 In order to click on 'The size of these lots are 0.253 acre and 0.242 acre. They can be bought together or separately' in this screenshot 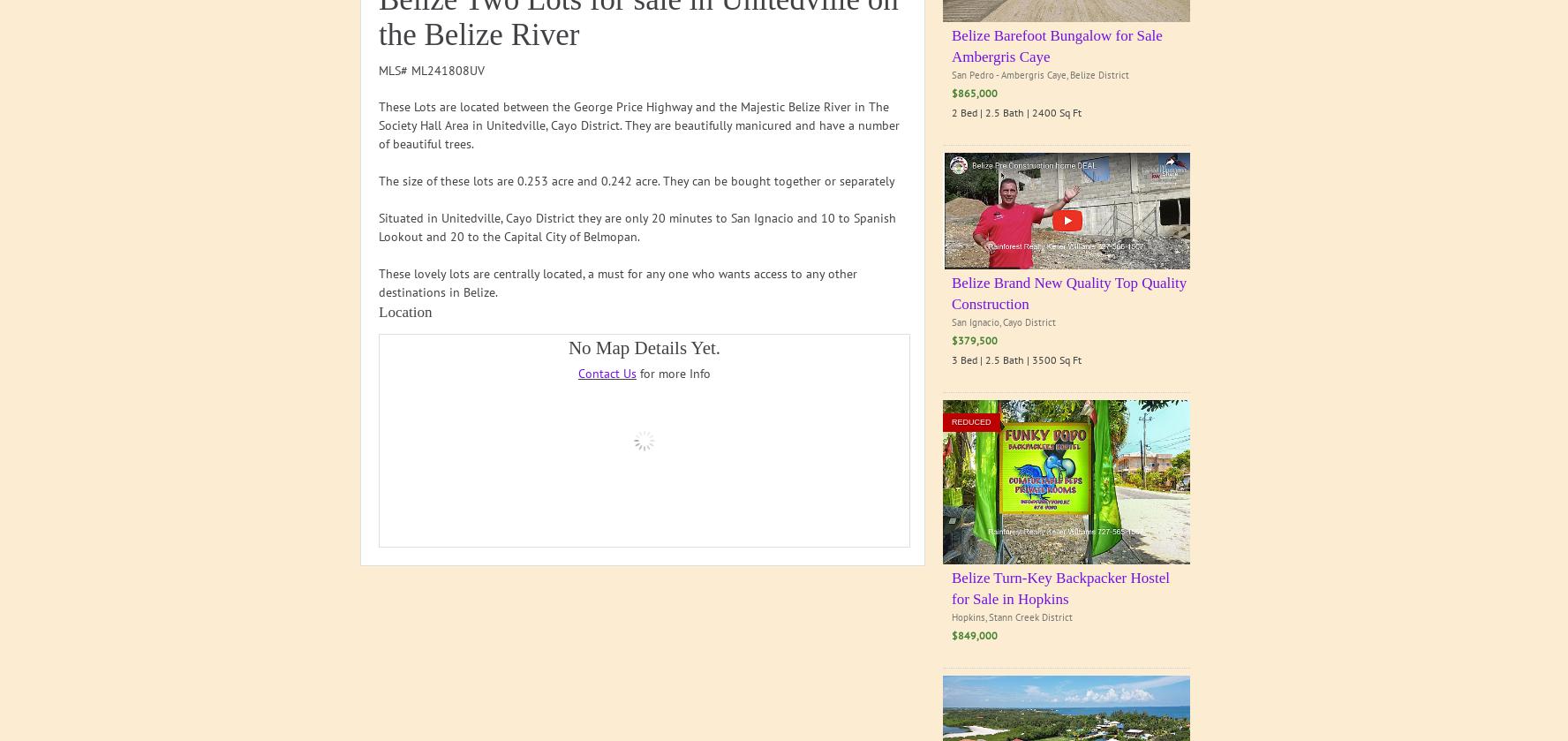, I will do `click(637, 180)`.